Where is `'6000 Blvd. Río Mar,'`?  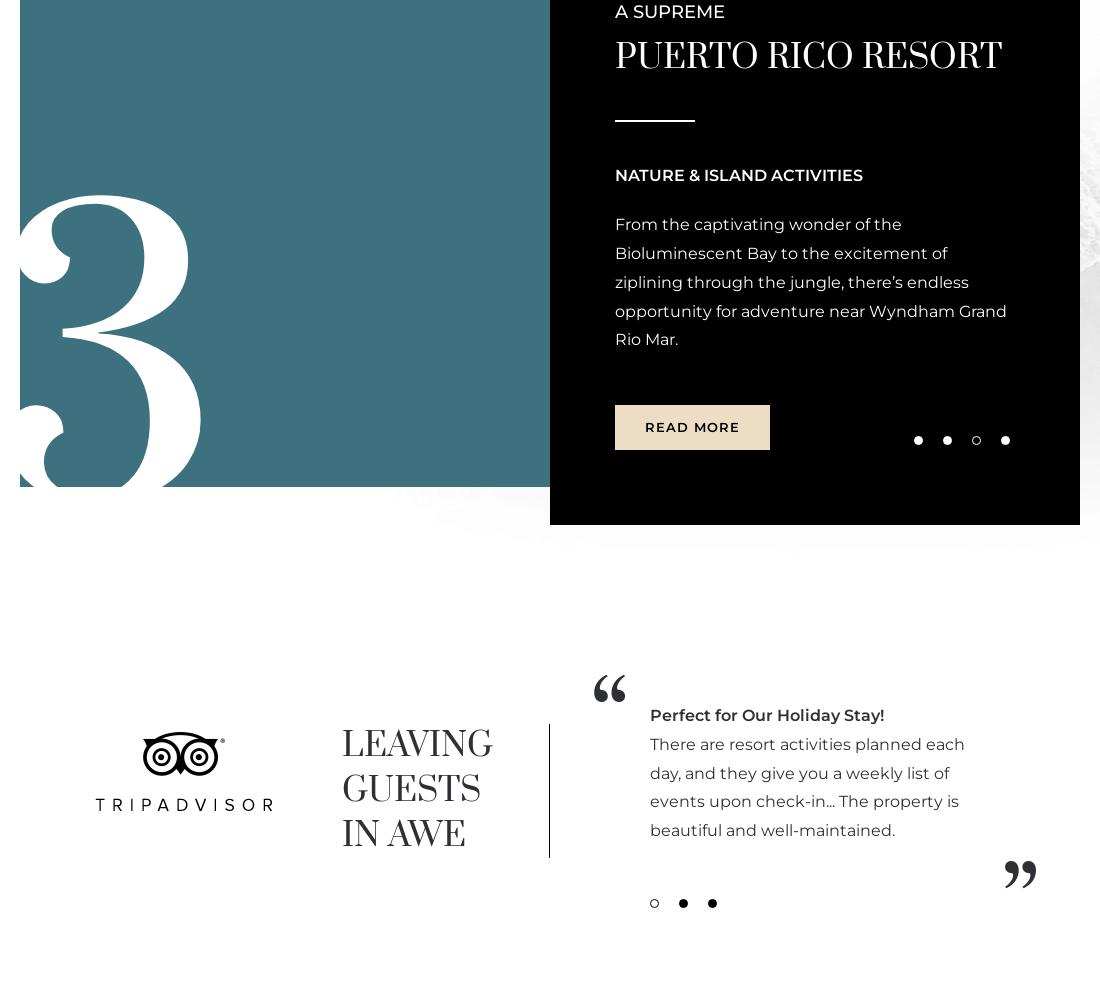 '6000 Blvd. Río Mar,' is located at coordinates (98, 187).